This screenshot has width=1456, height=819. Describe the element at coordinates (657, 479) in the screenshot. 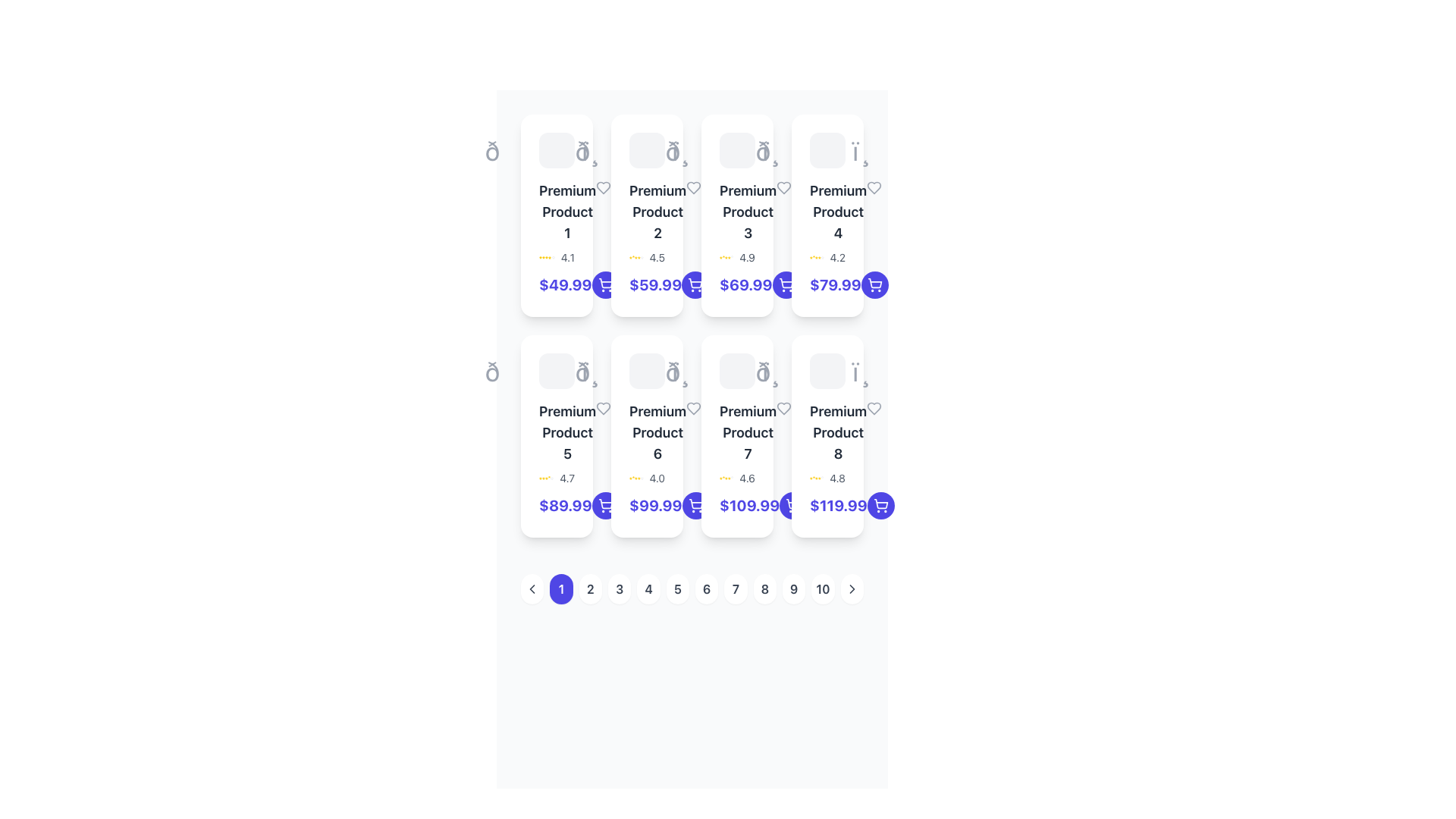

I see `the Text label representing the numerical rating value for the product located in the sixth product card, which is directly to the right of the star rating icons` at that location.